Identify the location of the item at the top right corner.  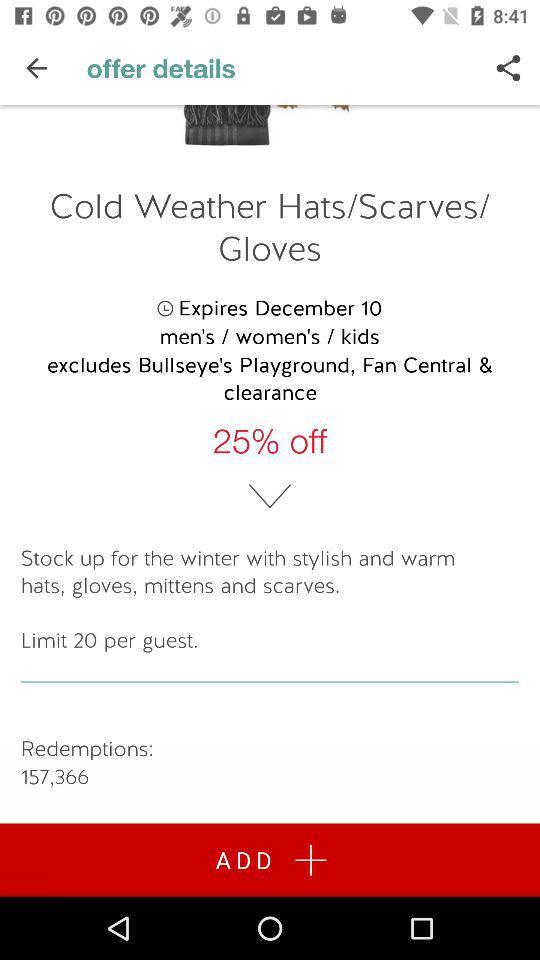
(508, 68).